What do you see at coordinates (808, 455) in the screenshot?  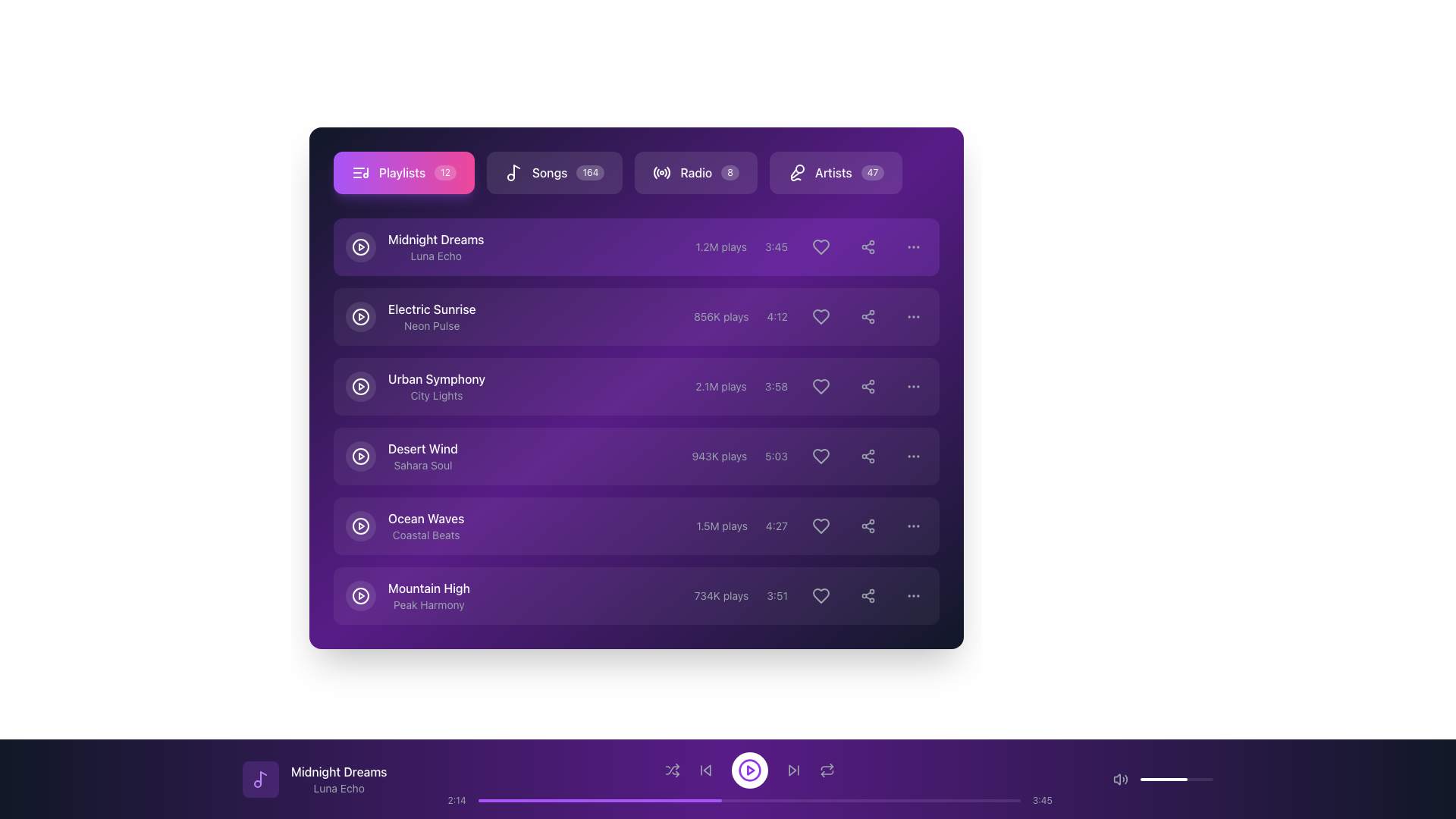 I see `the heart-shaped icon with a text-gray-400 color, which is the third icon in a horizontal row` at bounding box center [808, 455].